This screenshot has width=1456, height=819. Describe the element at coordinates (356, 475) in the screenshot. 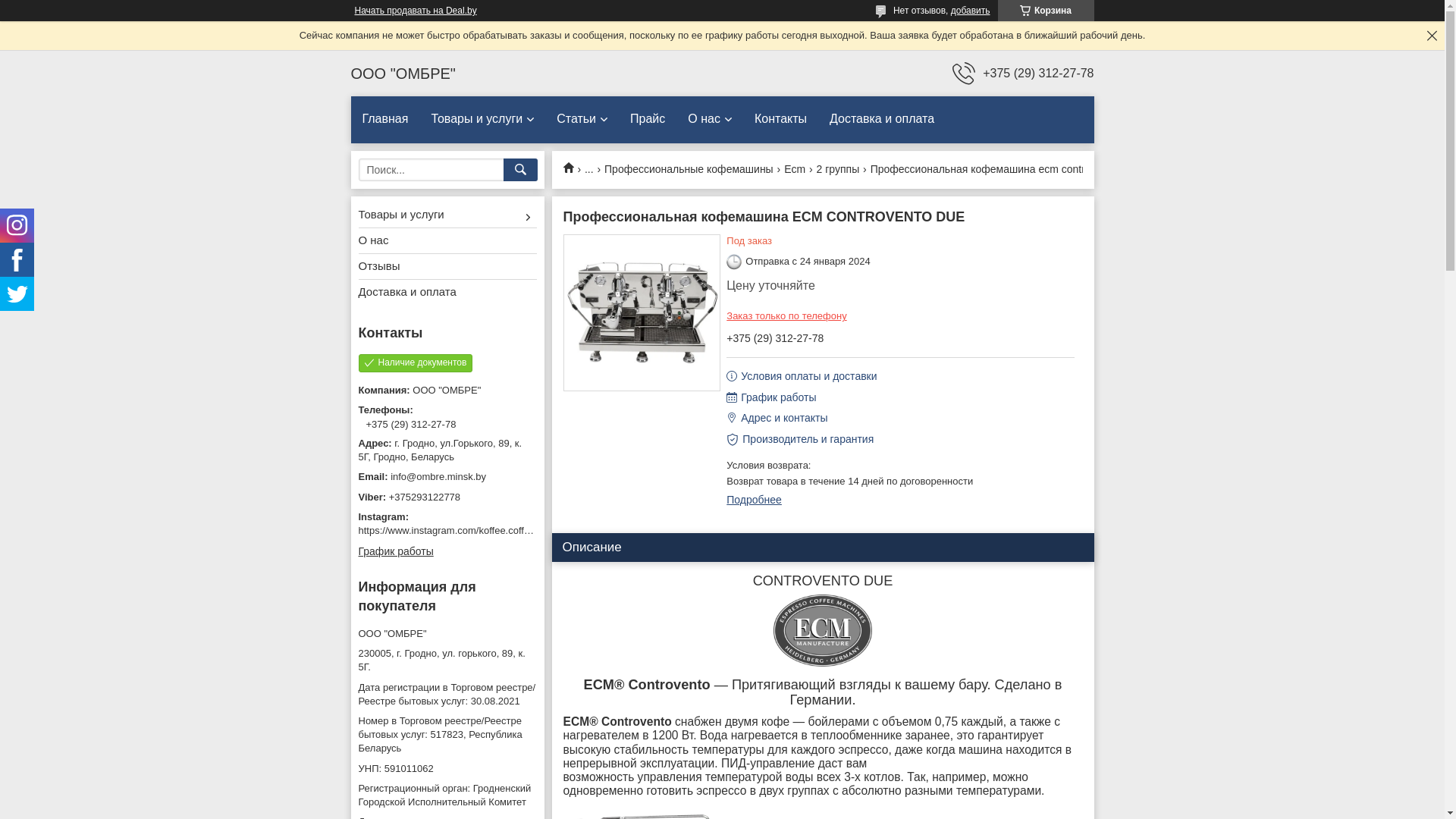

I see `'info@ombre.minsk.by'` at that location.